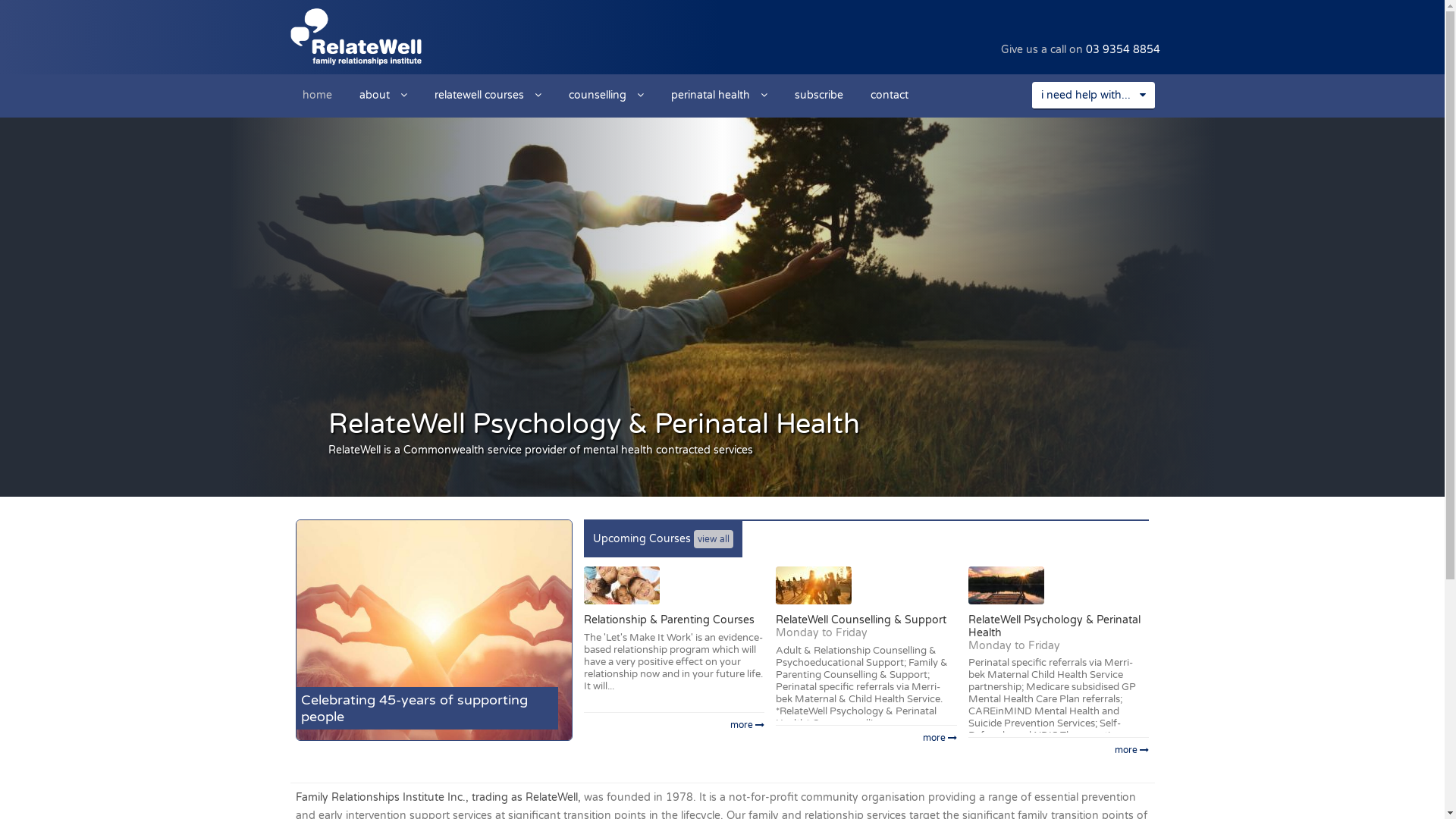 The image size is (1456, 819). I want to click on 'contact', so click(889, 94).